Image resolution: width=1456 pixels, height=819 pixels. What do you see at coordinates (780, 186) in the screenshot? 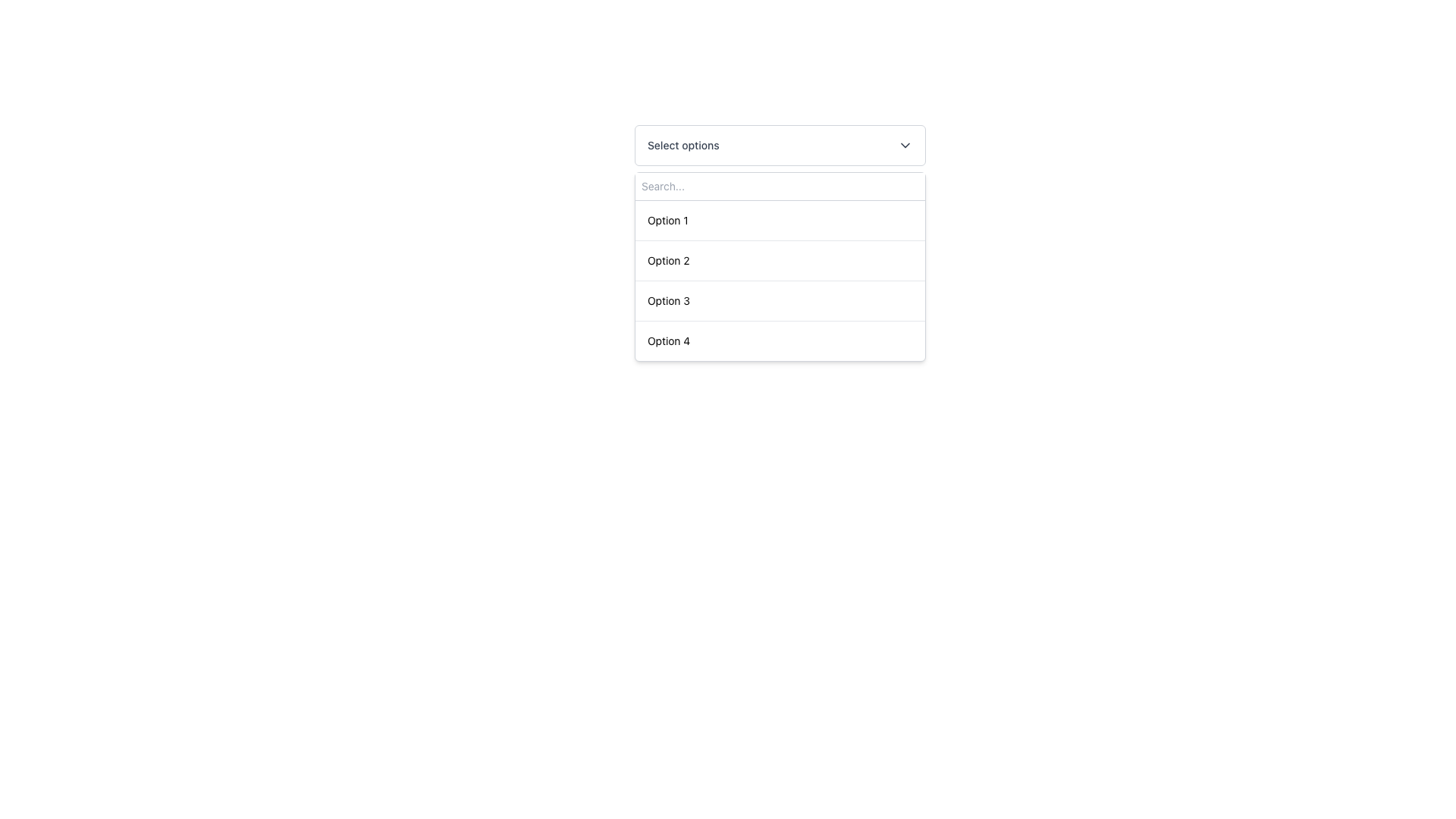
I see `the search input field located directly below the 'Select options' trigger area` at bounding box center [780, 186].